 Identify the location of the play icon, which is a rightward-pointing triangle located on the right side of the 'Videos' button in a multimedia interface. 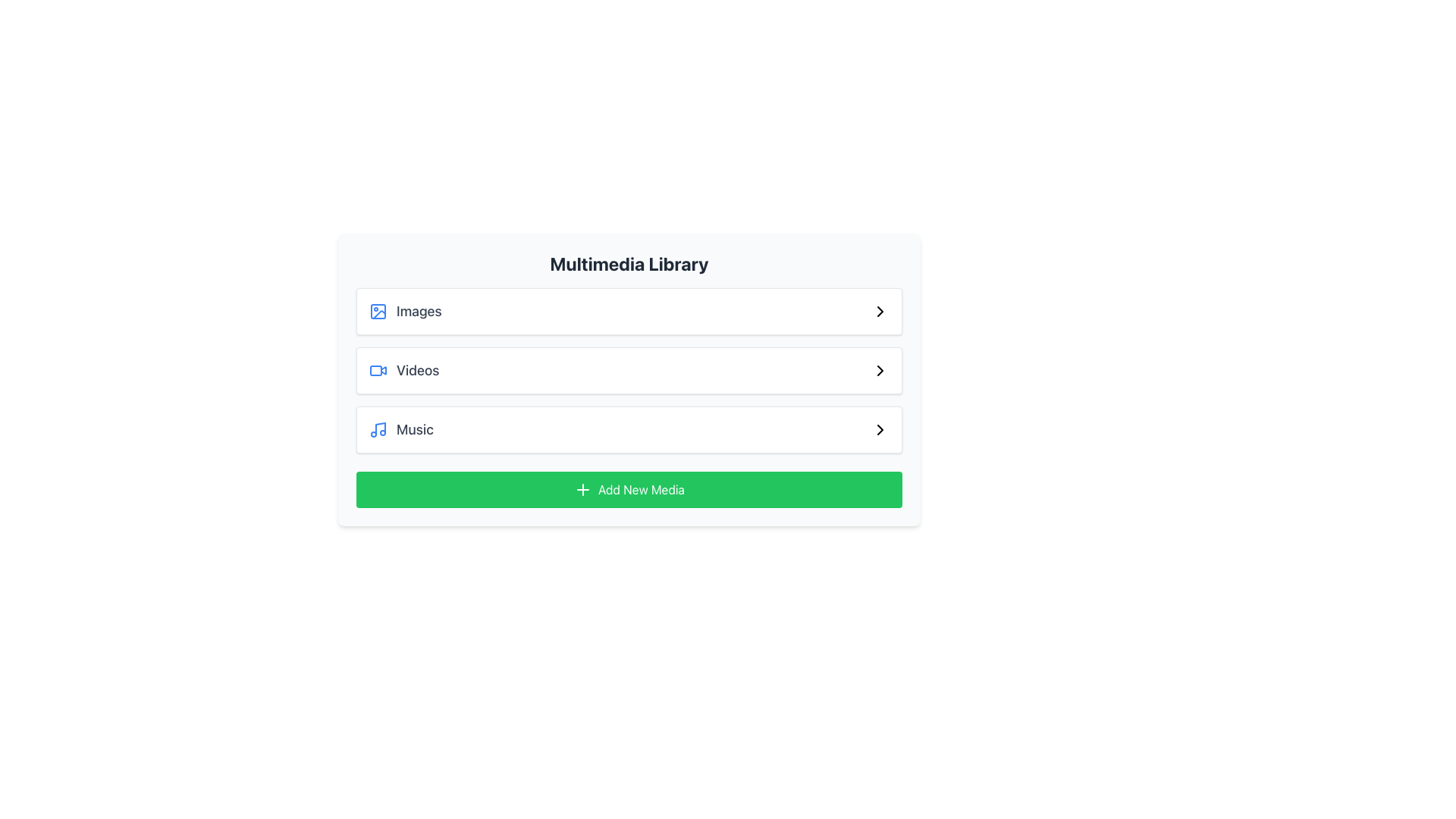
(383, 370).